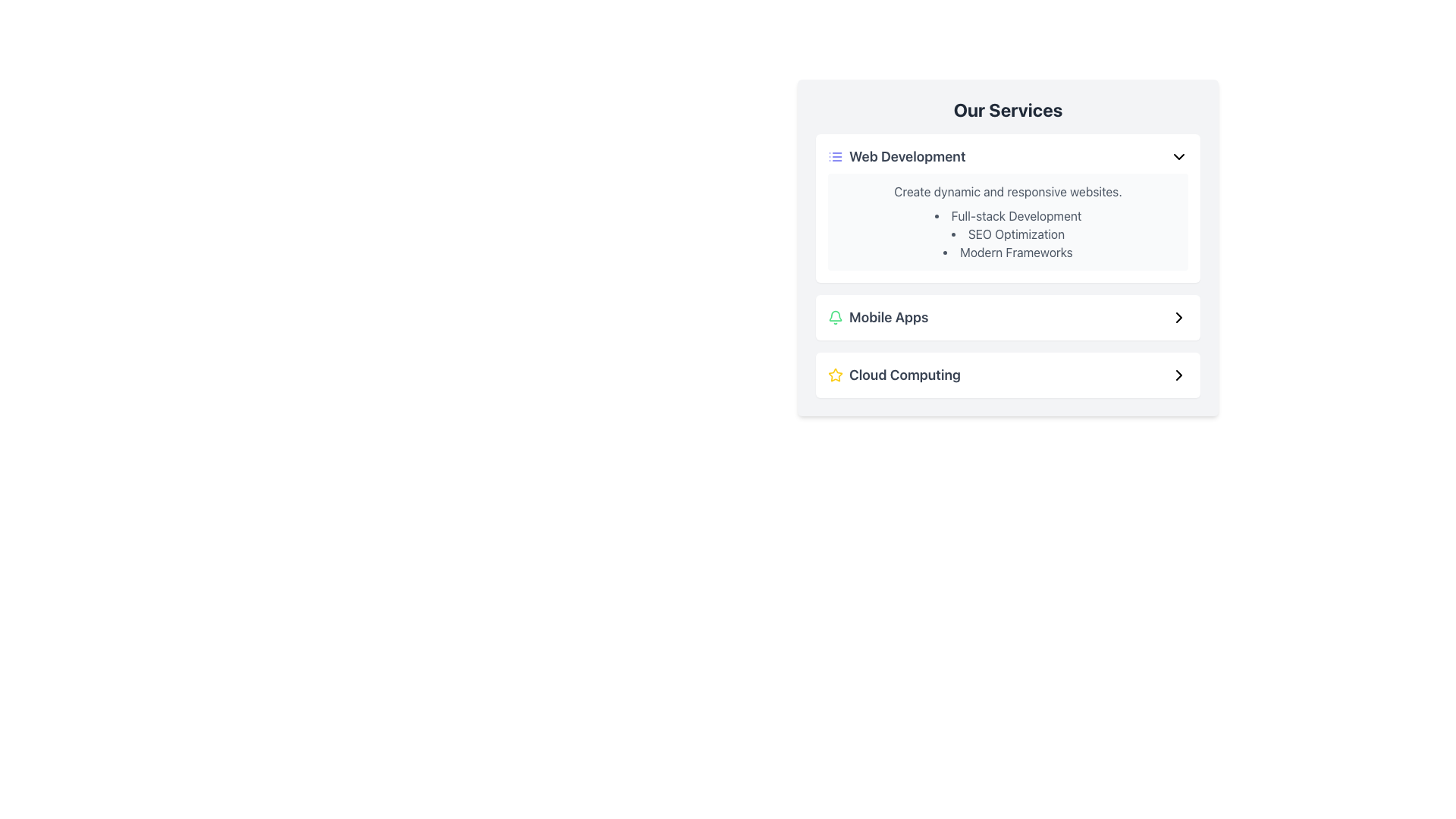 The image size is (1456, 819). Describe the element at coordinates (835, 375) in the screenshot. I see `the star-shaped yellow icon outlined with a thin stroke, located at the top of the 'Cloud Computing' service category in the list of services` at that location.